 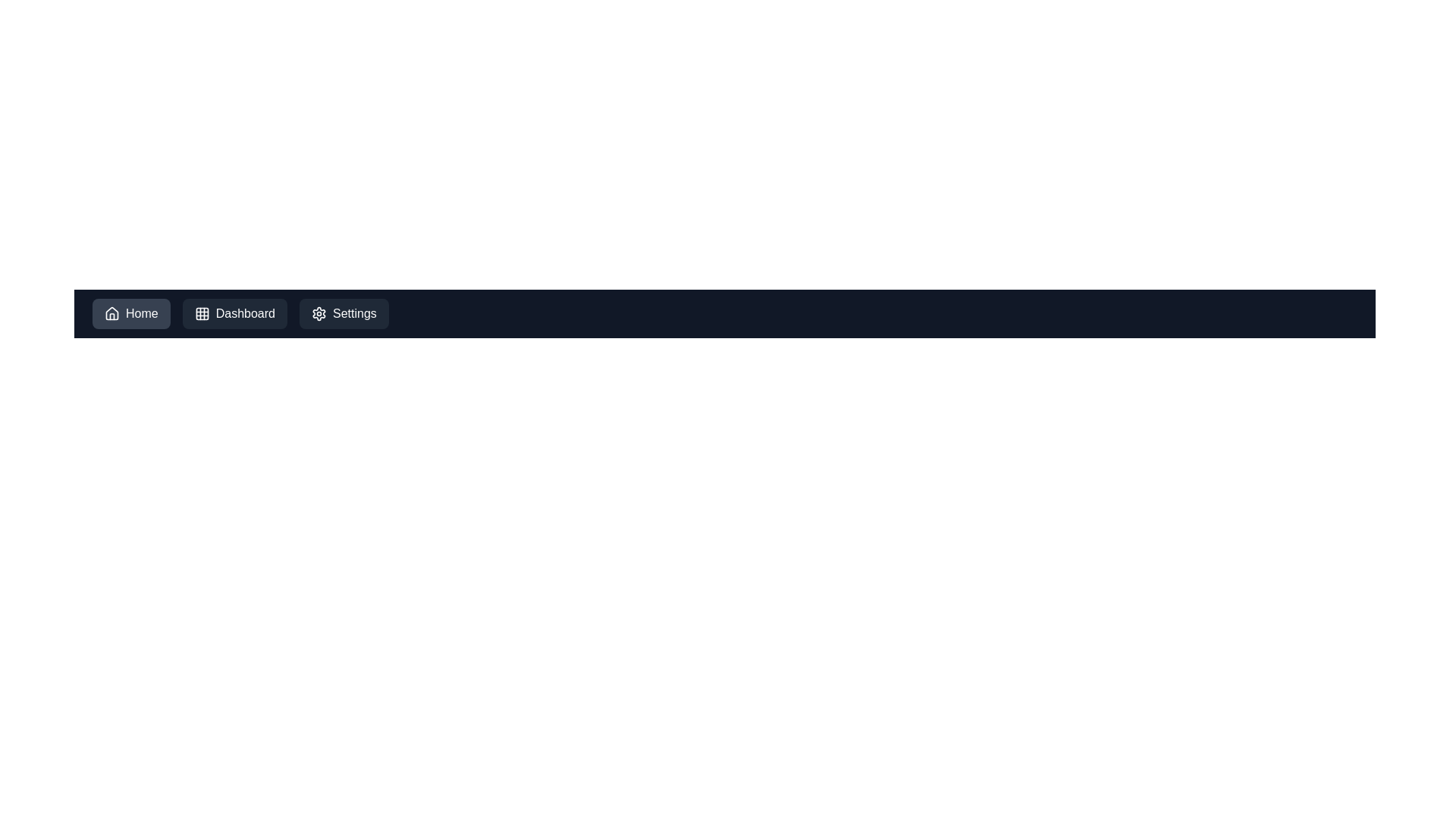 What do you see at coordinates (111, 312) in the screenshot?
I see `the house icon located at the top-left of the navigation bar, which is visually represented as a triangular roof atop a rectangular base, corresponding to the button labeled 'Home'` at bounding box center [111, 312].